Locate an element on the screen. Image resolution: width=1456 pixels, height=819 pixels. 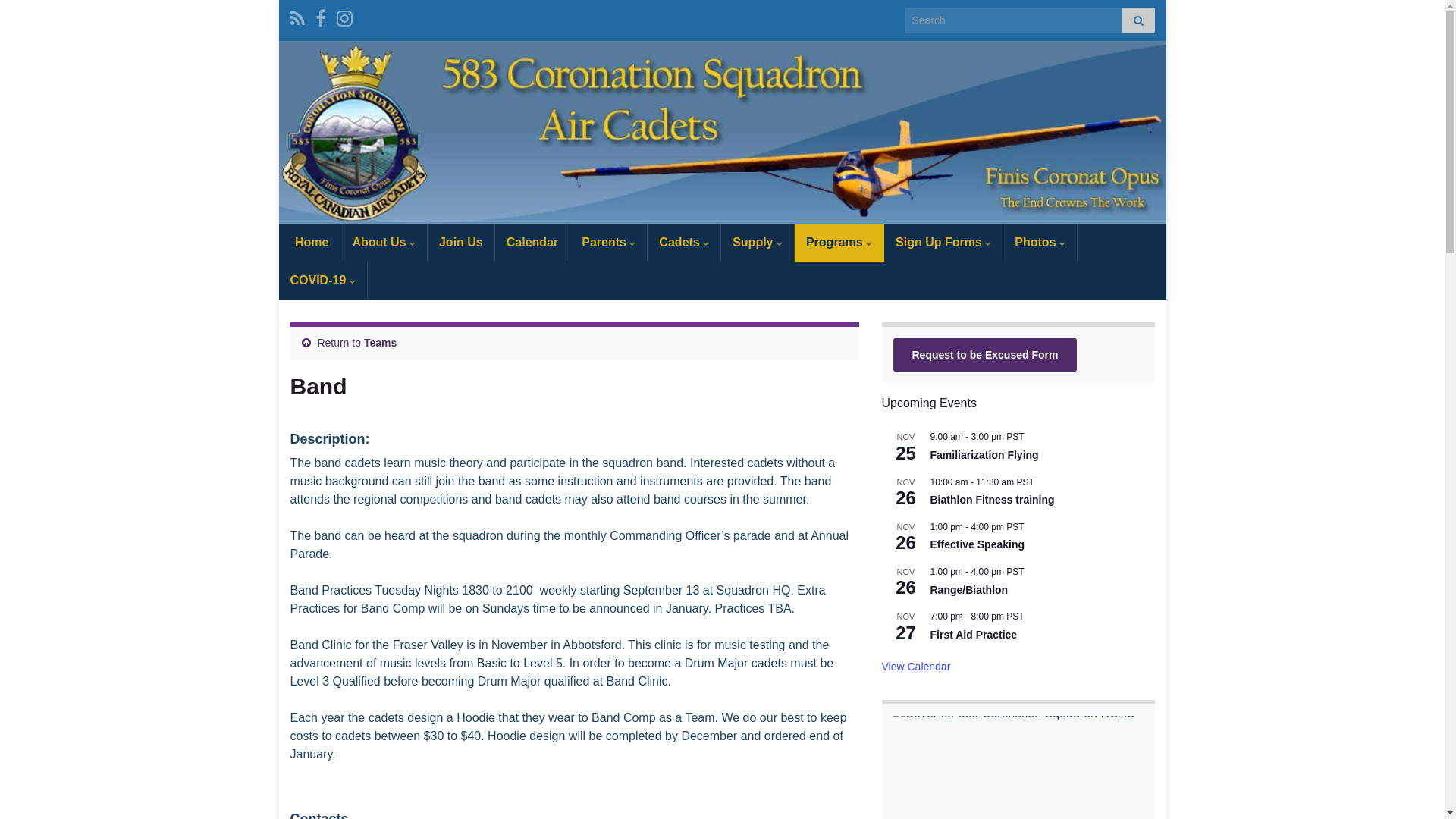
'Request to be Excused Form' is located at coordinates (985, 354).